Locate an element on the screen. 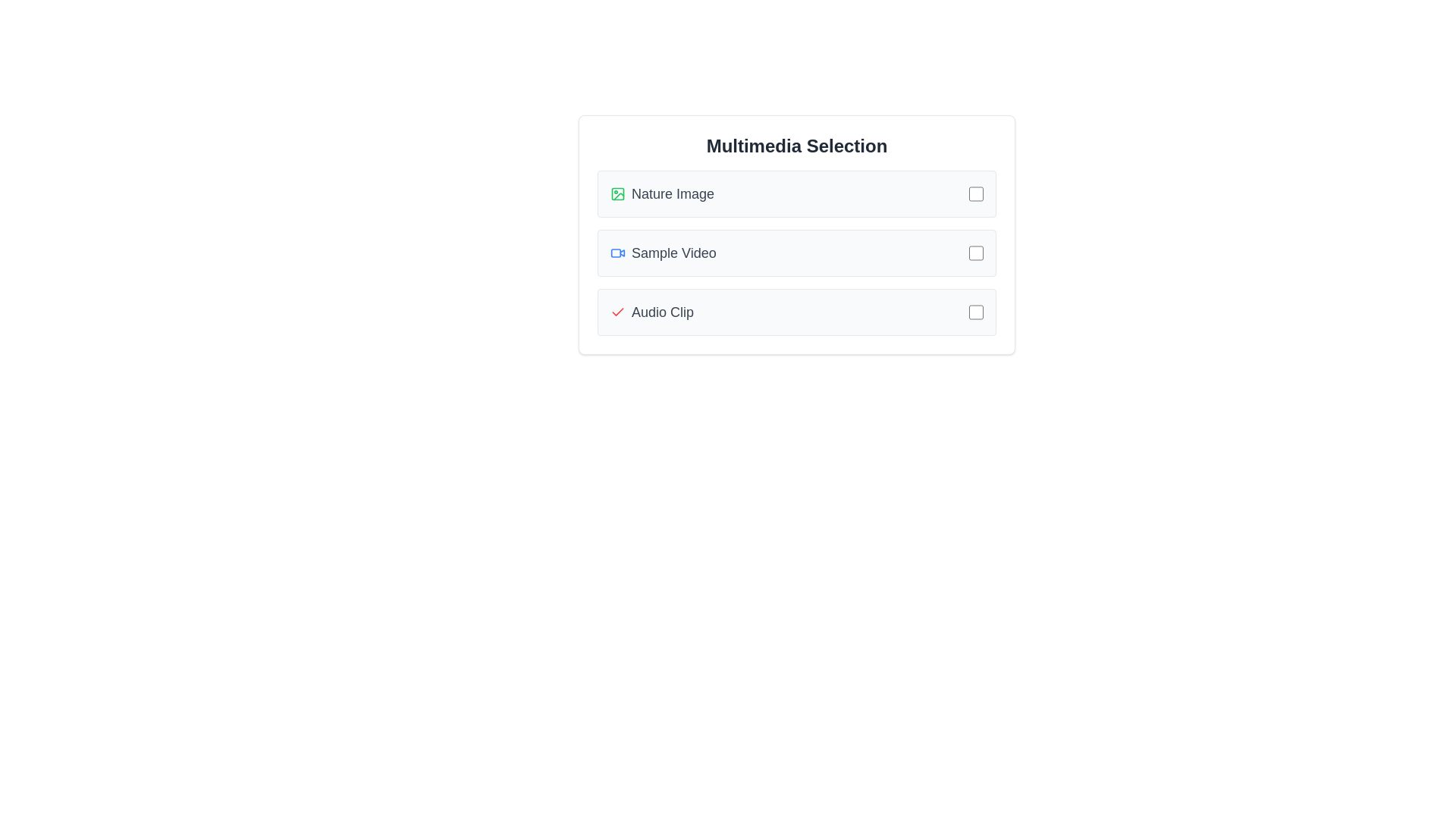  'Audio Clip' label located in the Multimedia Selection menu, positioned underneath 'Sample Video' and 'Nature Image' is located at coordinates (662, 312).